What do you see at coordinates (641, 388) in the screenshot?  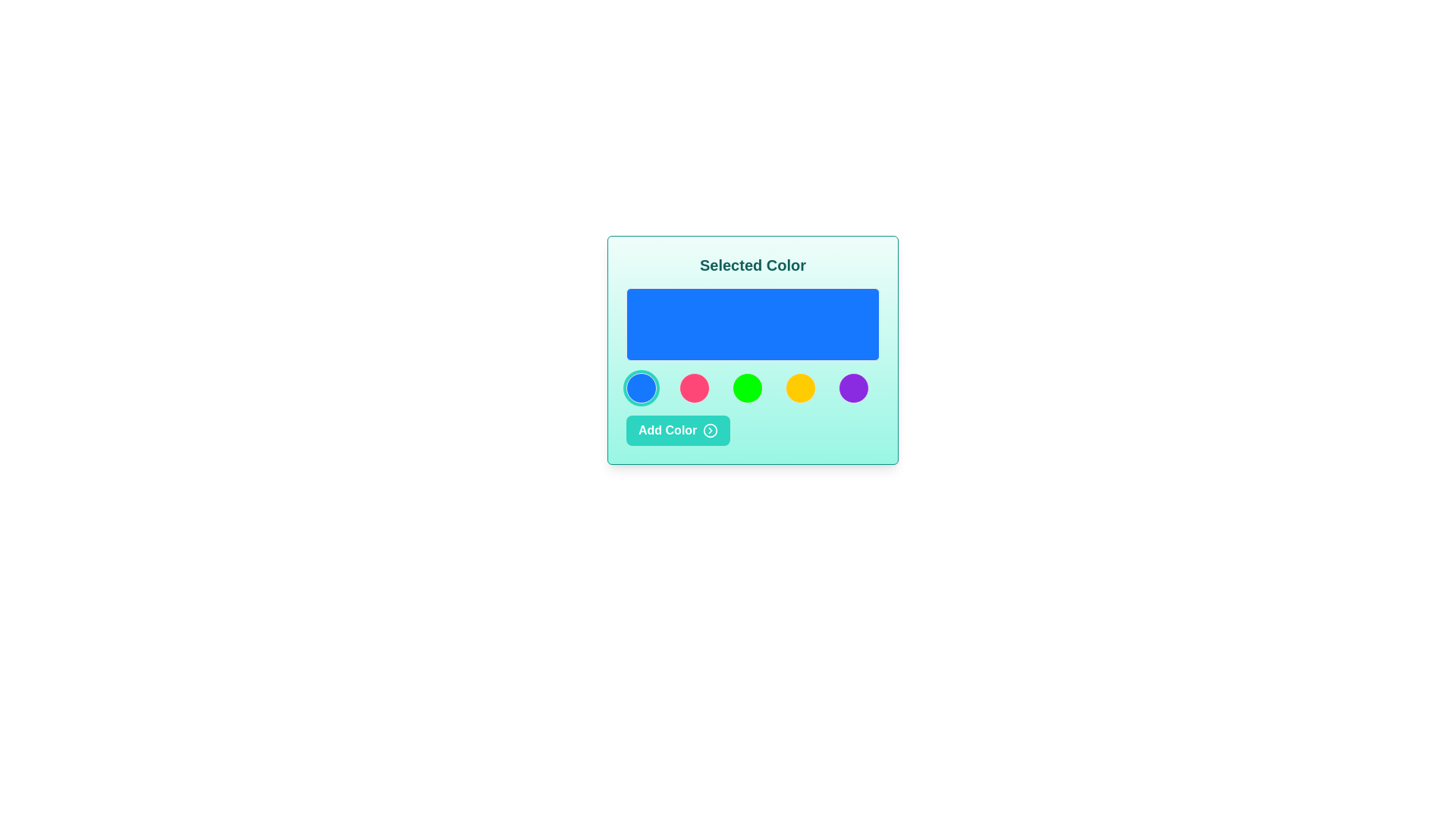 I see `the first circular button with a blue fill and teal ring located at the left end of the button row` at bounding box center [641, 388].